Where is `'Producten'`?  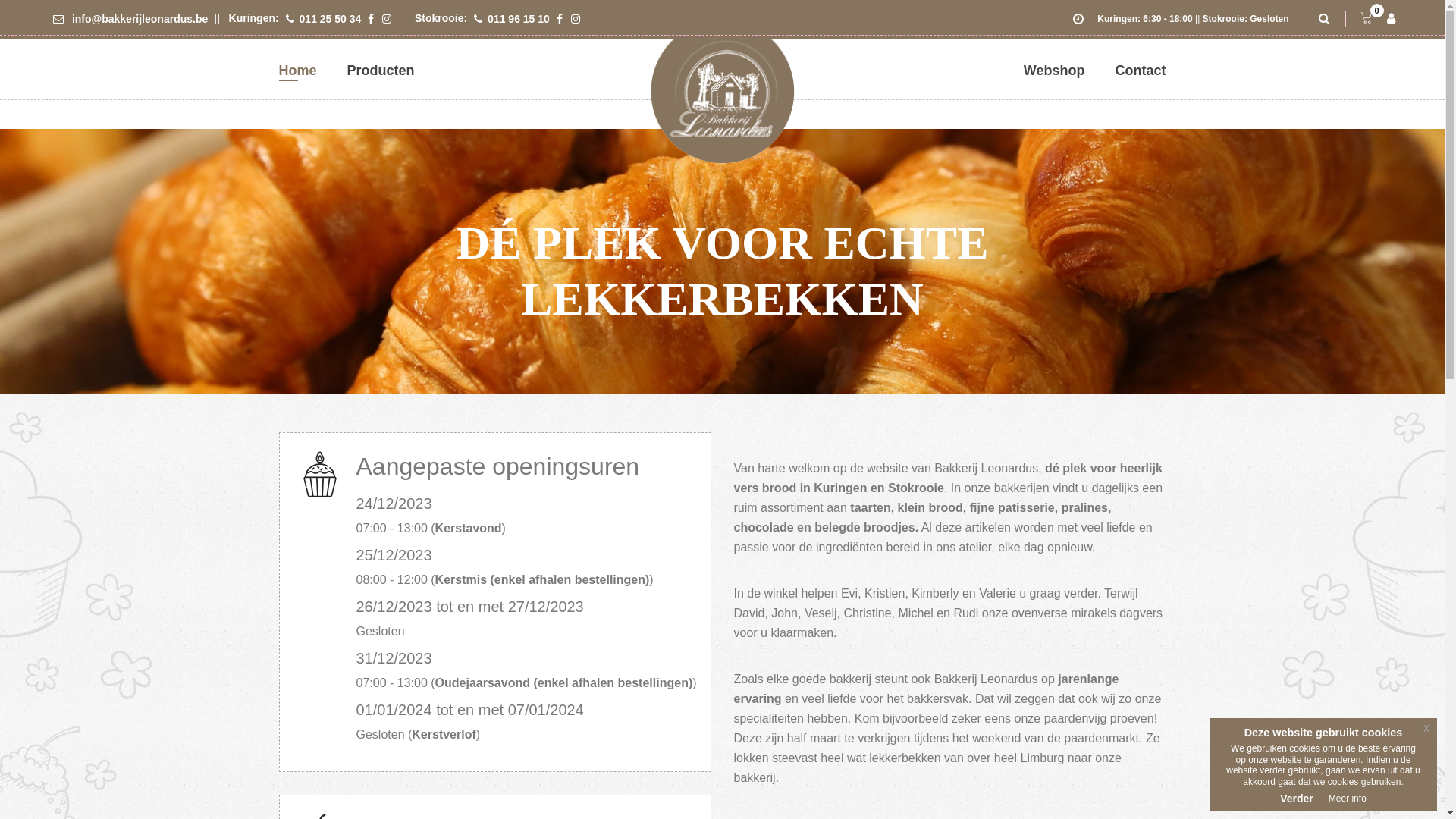
'Producten' is located at coordinates (381, 70).